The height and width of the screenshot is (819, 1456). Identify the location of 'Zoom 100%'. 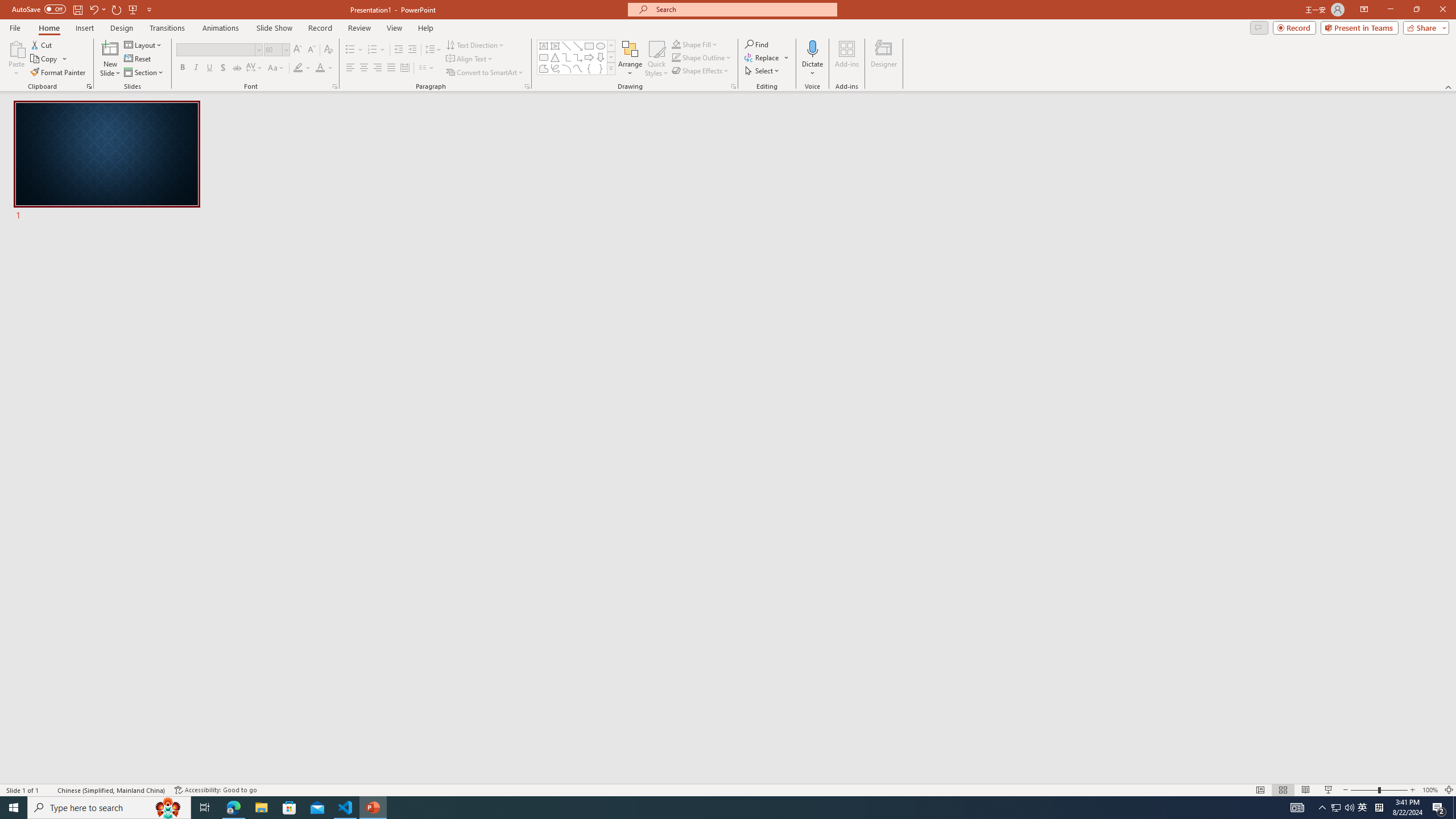
(1430, 790).